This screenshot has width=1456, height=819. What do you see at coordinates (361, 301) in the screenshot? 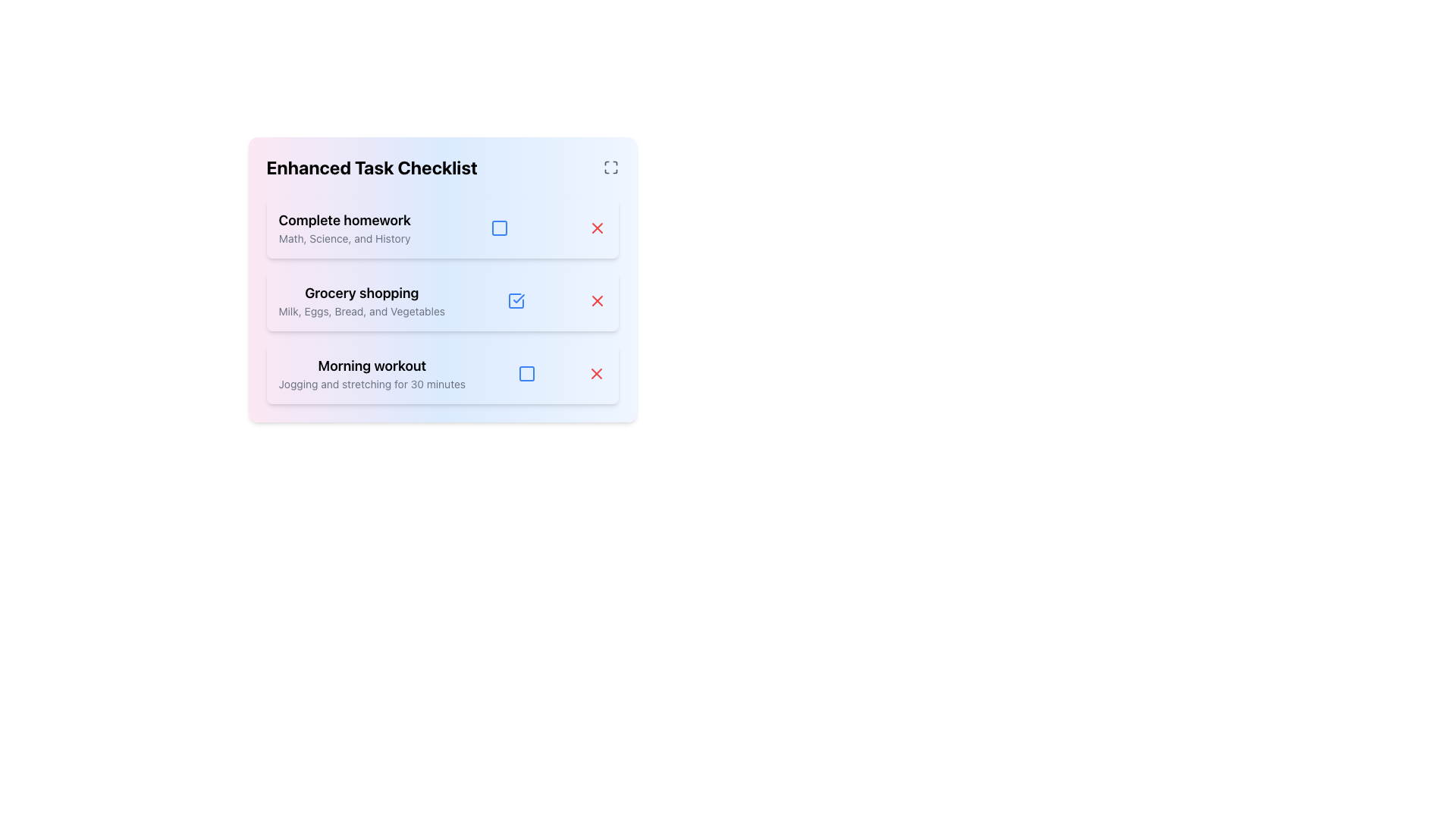
I see `the second task entry text display component, which summarizes its title and description` at bounding box center [361, 301].